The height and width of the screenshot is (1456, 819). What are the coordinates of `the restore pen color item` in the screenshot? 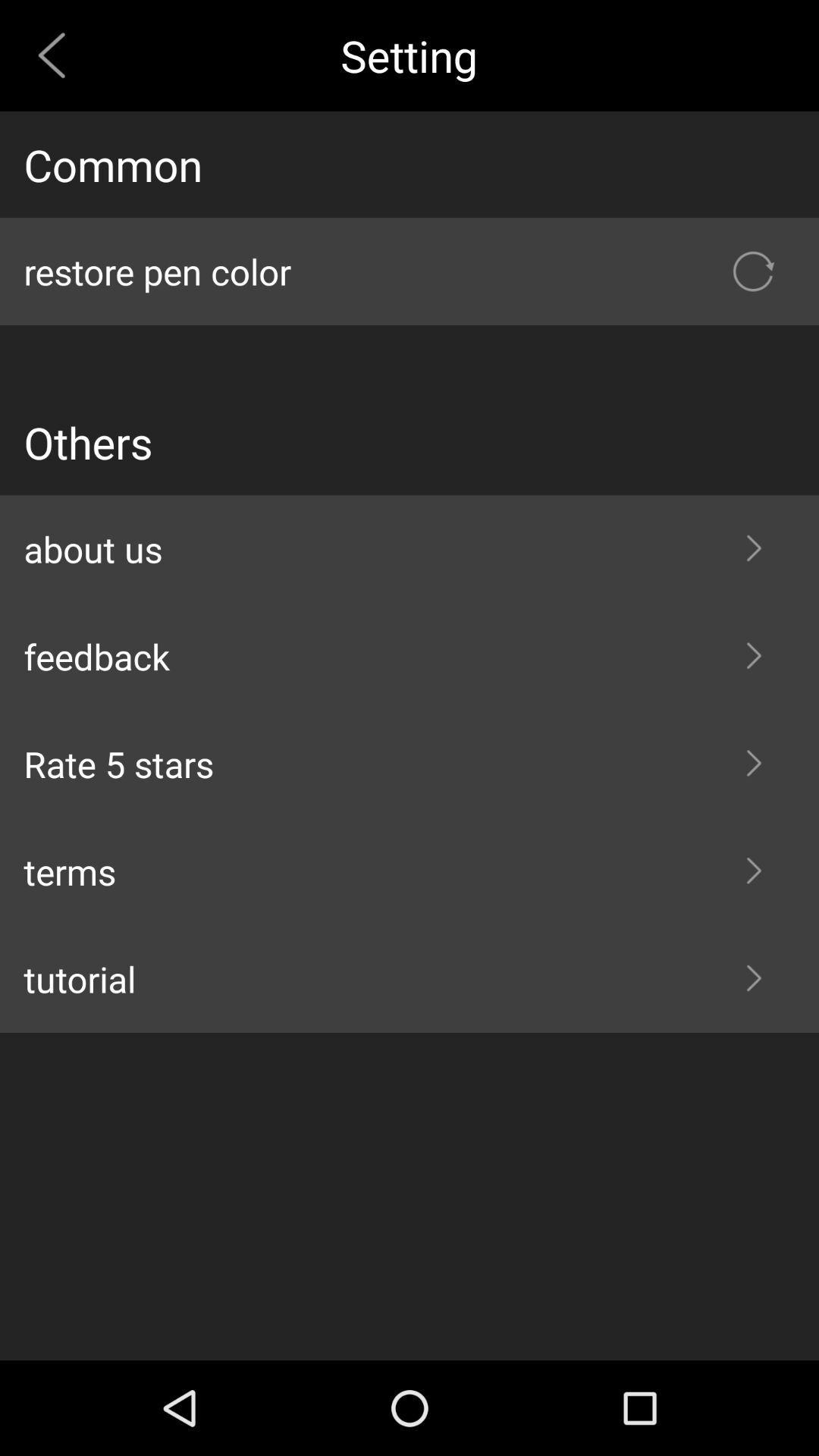 It's located at (409, 271).